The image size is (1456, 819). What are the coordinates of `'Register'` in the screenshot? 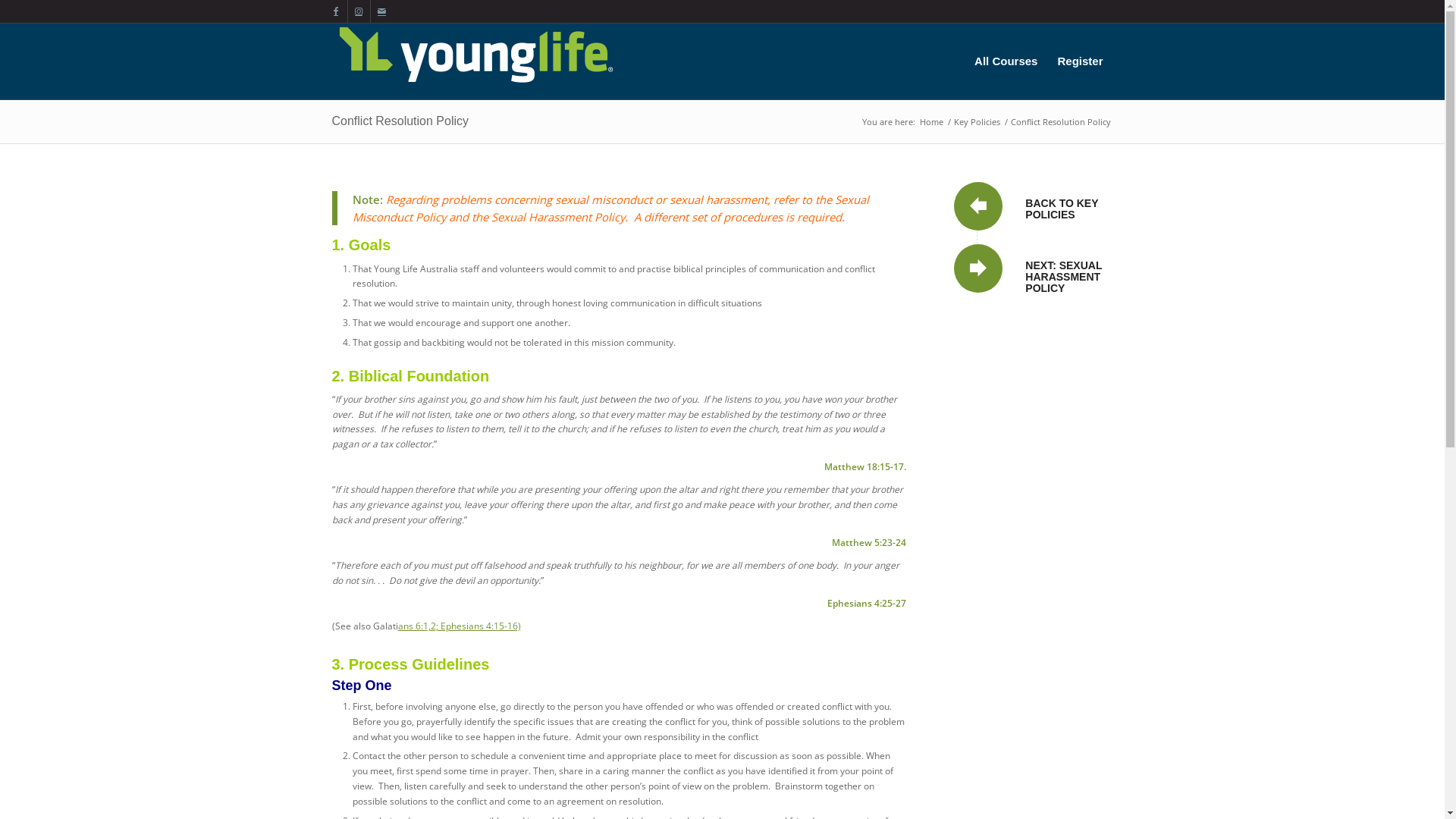 It's located at (1079, 61).